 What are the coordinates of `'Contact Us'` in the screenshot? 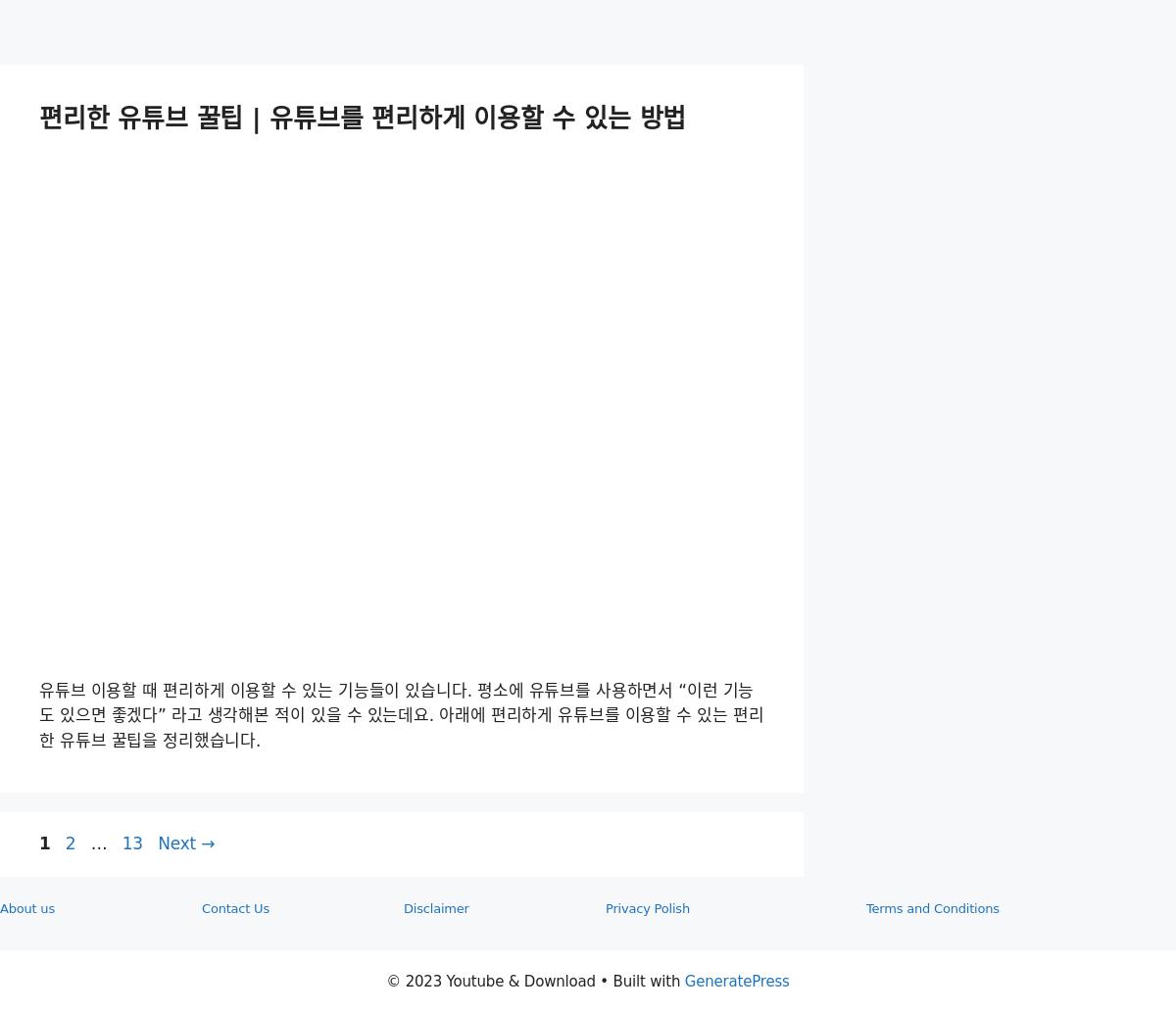 It's located at (234, 906).